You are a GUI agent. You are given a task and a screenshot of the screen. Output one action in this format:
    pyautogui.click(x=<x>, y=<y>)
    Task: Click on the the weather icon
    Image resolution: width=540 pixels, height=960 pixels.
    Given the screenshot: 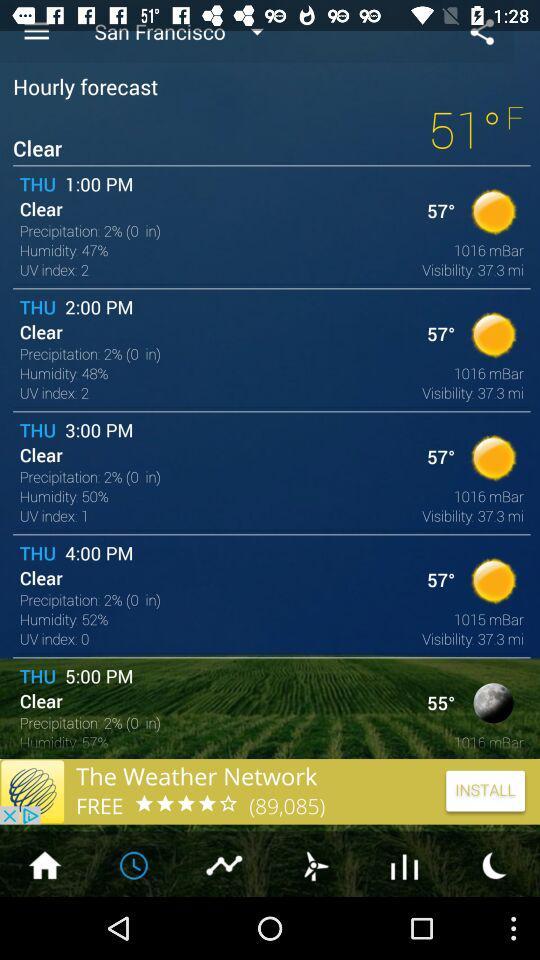 What is the action you would take?
    pyautogui.click(x=494, y=925)
    